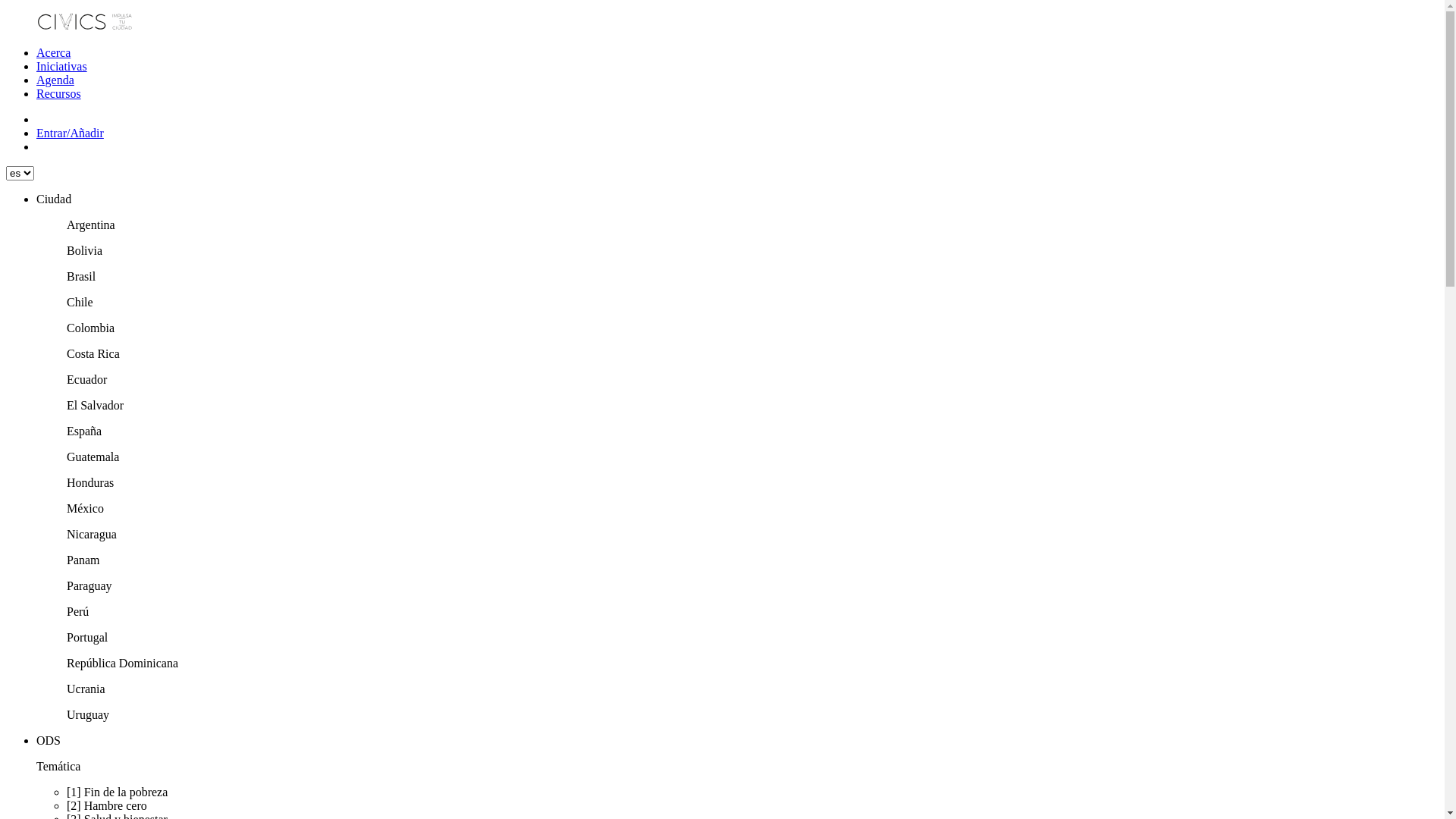  Describe the element at coordinates (53, 52) in the screenshot. I see `'Acerca'` at that location.